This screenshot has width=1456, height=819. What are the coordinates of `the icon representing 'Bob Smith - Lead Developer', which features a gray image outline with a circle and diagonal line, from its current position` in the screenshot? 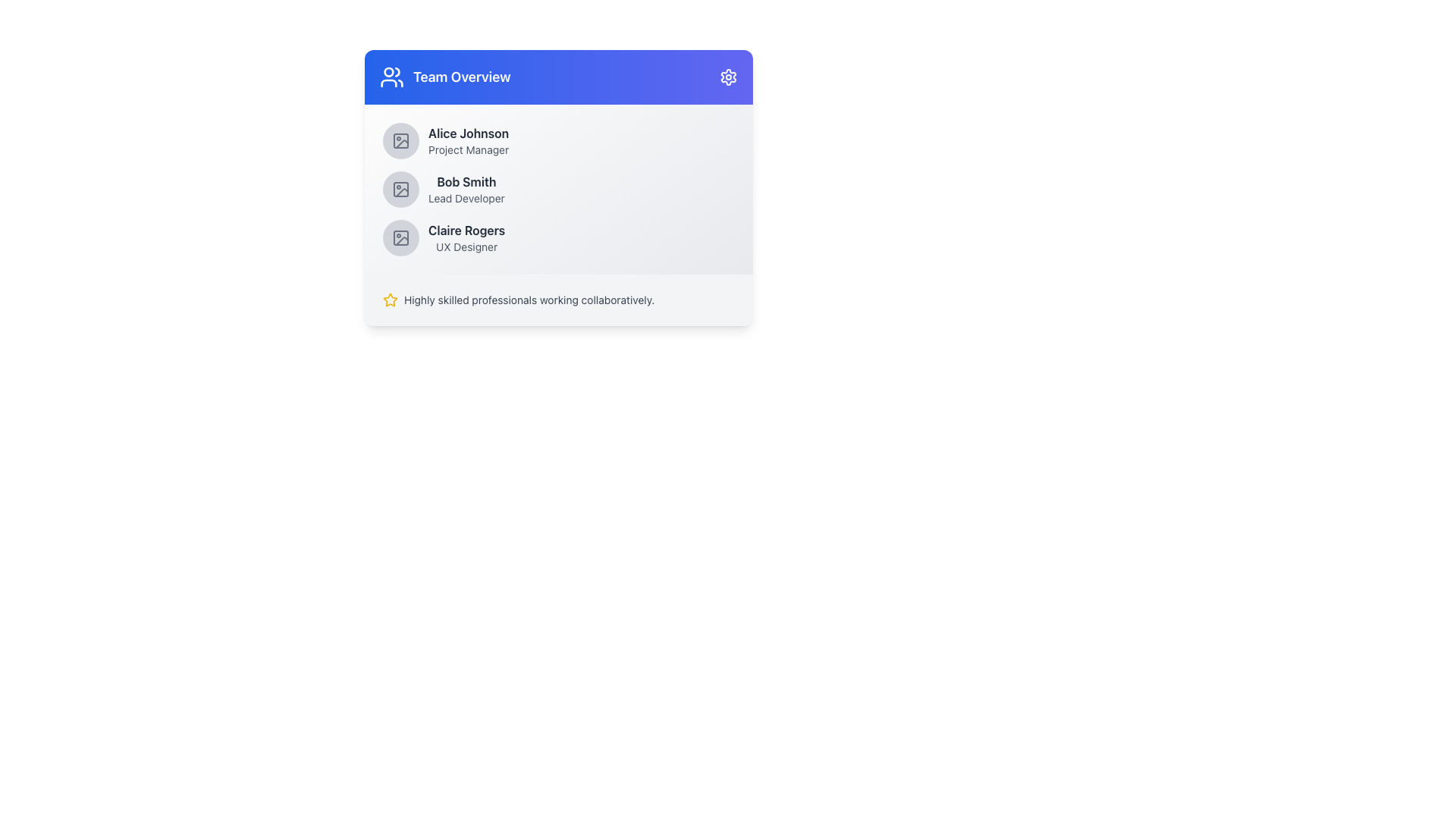 It's located at (400, 189).